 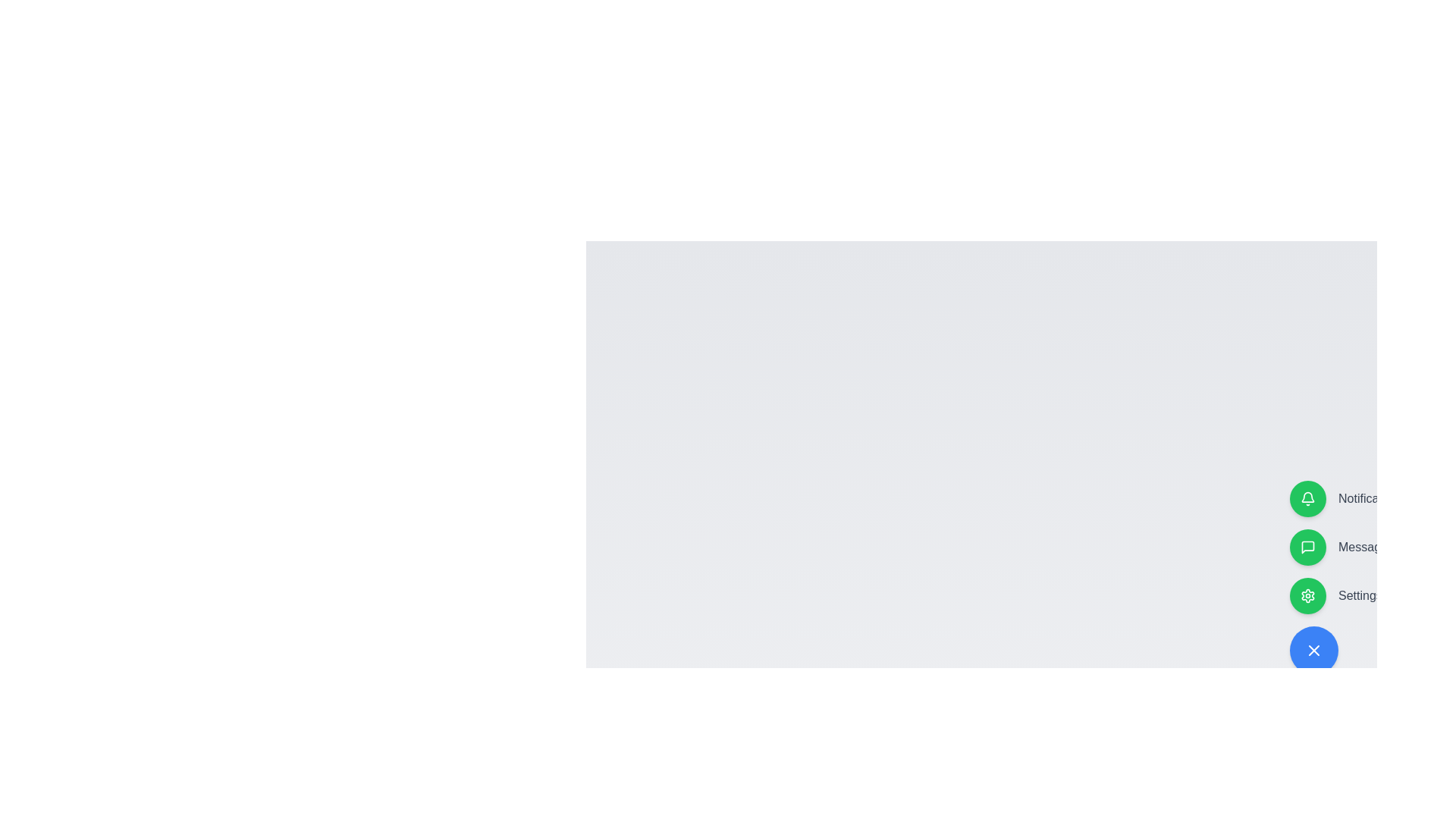 What do you see at coordinates (1313, 649) in the screenshot?
I see `the main speed dial button to toggle the menu` at bounding box center [1313, 649].